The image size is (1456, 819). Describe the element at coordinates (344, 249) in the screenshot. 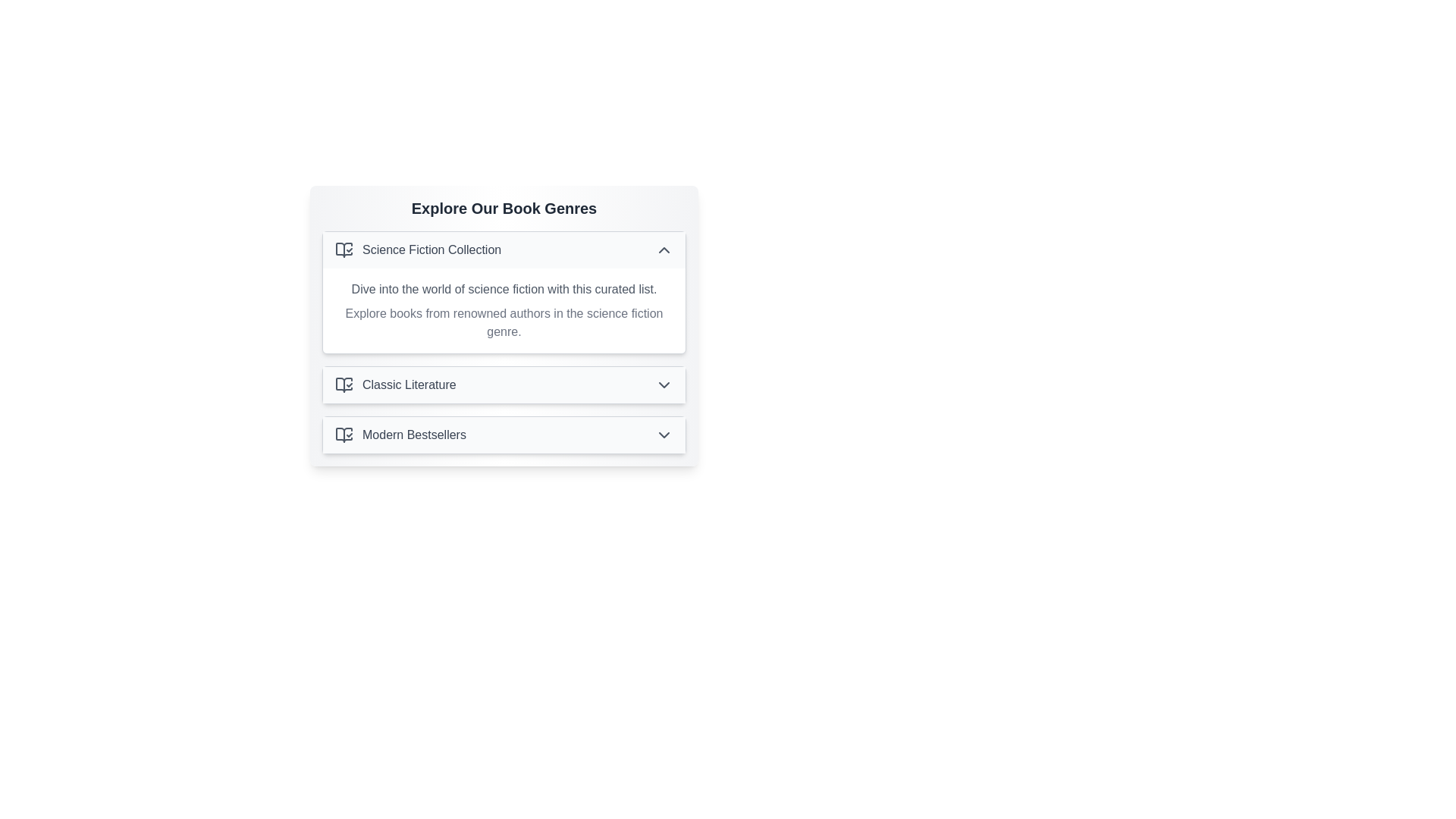

I see `the icon representing the 'Science Fiction Collection' category, which is located to the left of the text 'Science Fiction Collection'` at that location.